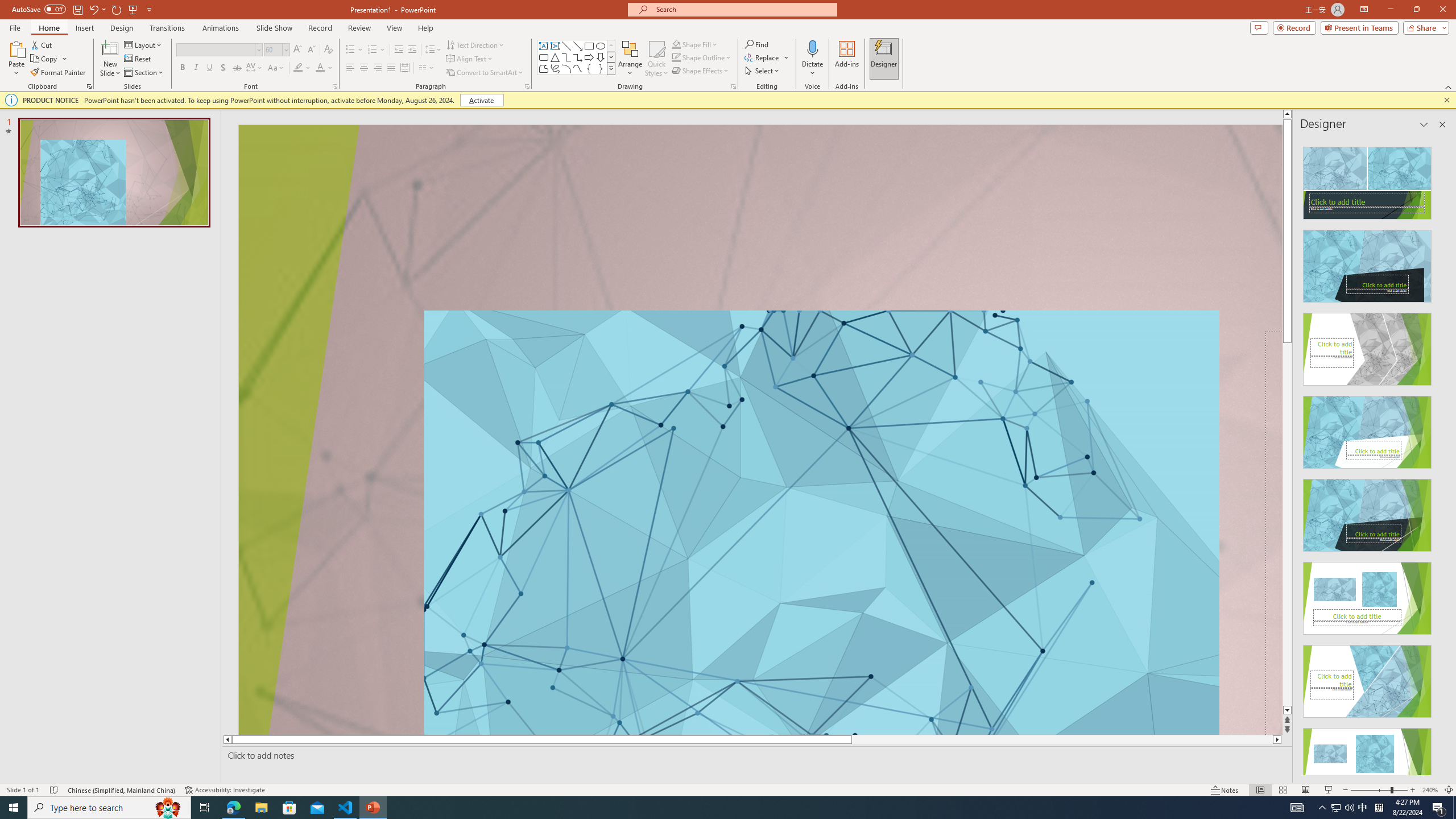 The image size is (1456, 819). I want to click on 'Class: NetUIScrollBar', so click(1441, 456).